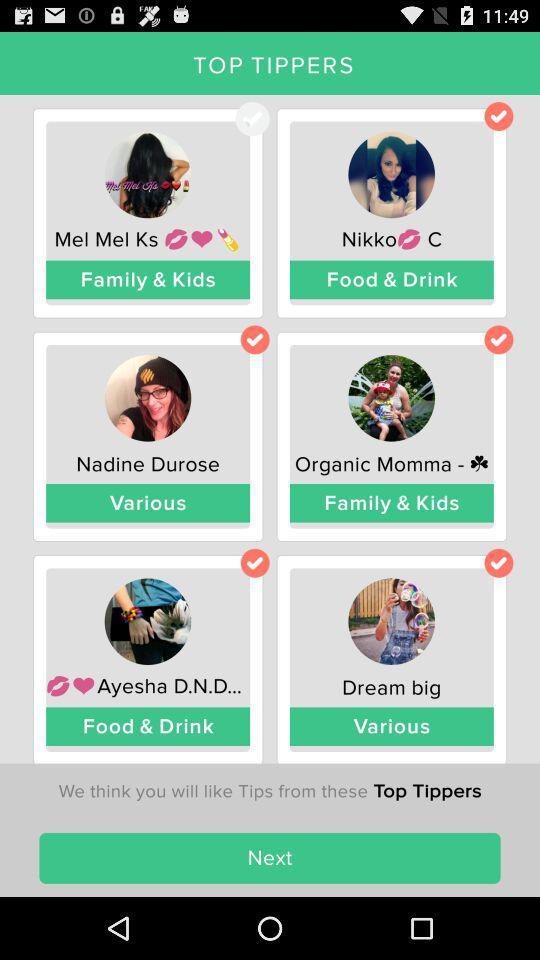 The height and width of the screenshot is (960, 540). I want to click on the next, so click(270, 857).